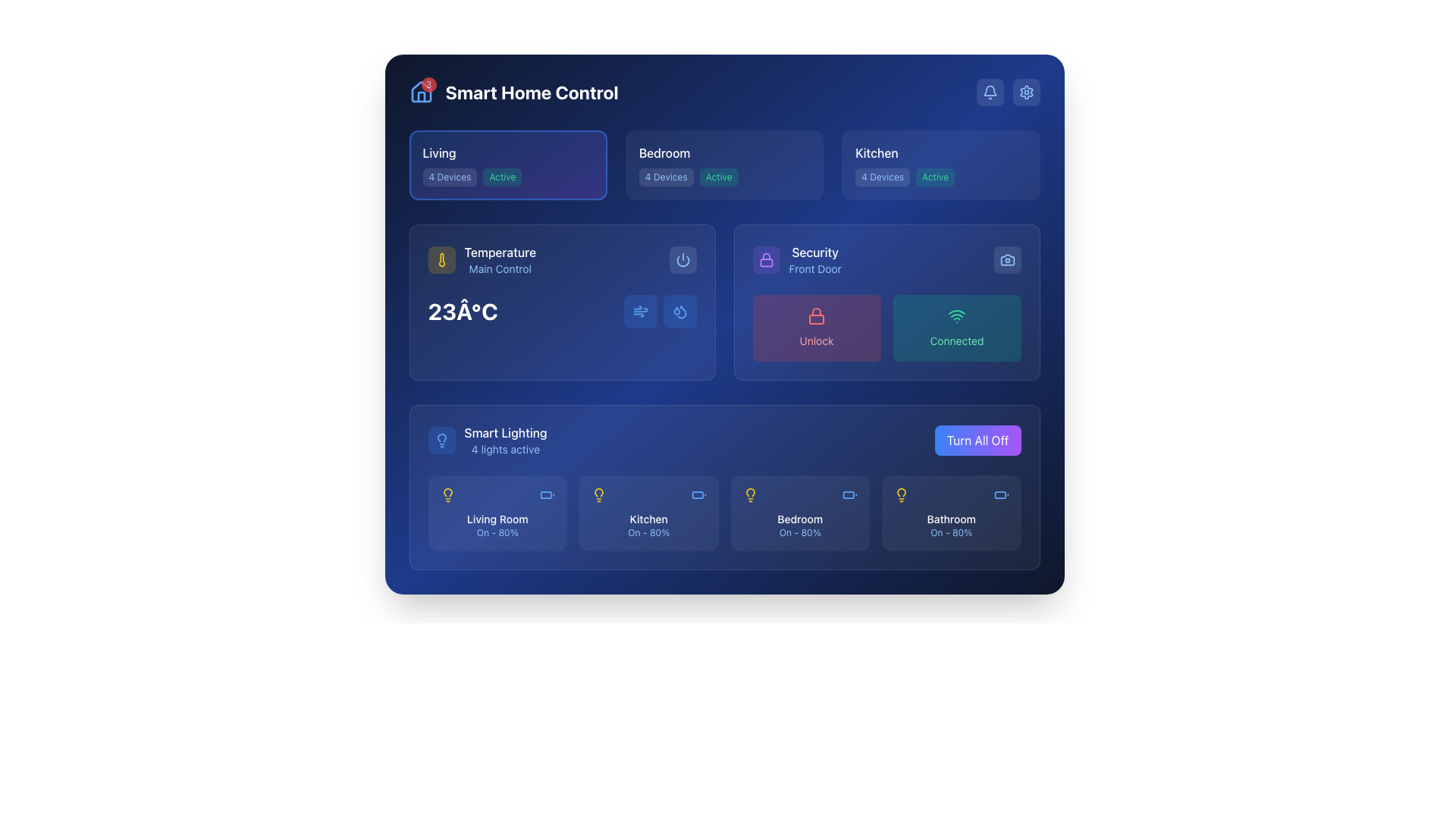  What do you see at coordinates (447, 494) in the screenshot?
I see `the light bulb icon with a yellow stroke located in the 'Smart Lighting' section, which is the first item on the left among a group of icons` at bounding box center [447, 494].